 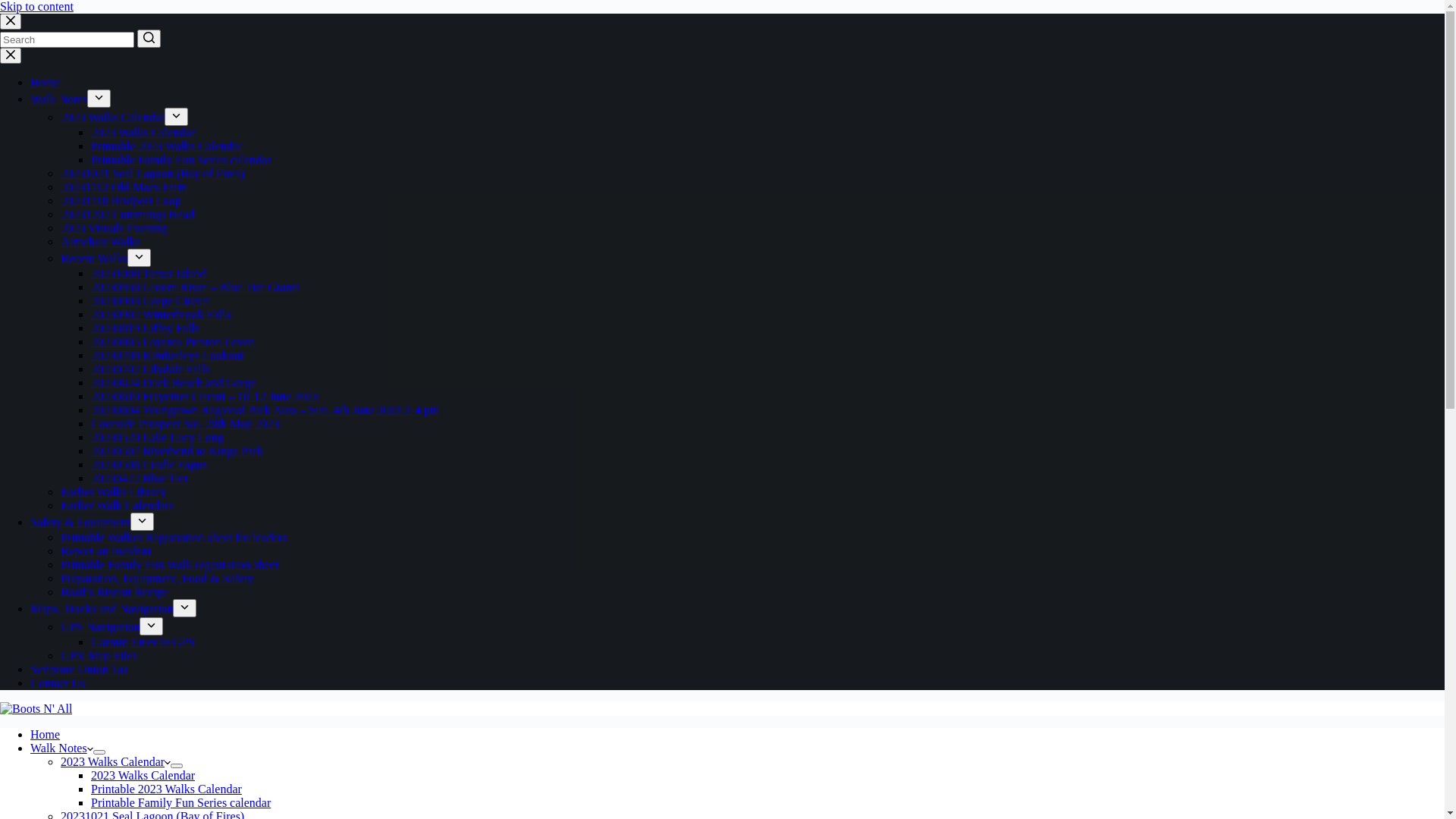 I want to click on 'Preparation, Equipment, Food & Safety', so click(x=61, y=578).